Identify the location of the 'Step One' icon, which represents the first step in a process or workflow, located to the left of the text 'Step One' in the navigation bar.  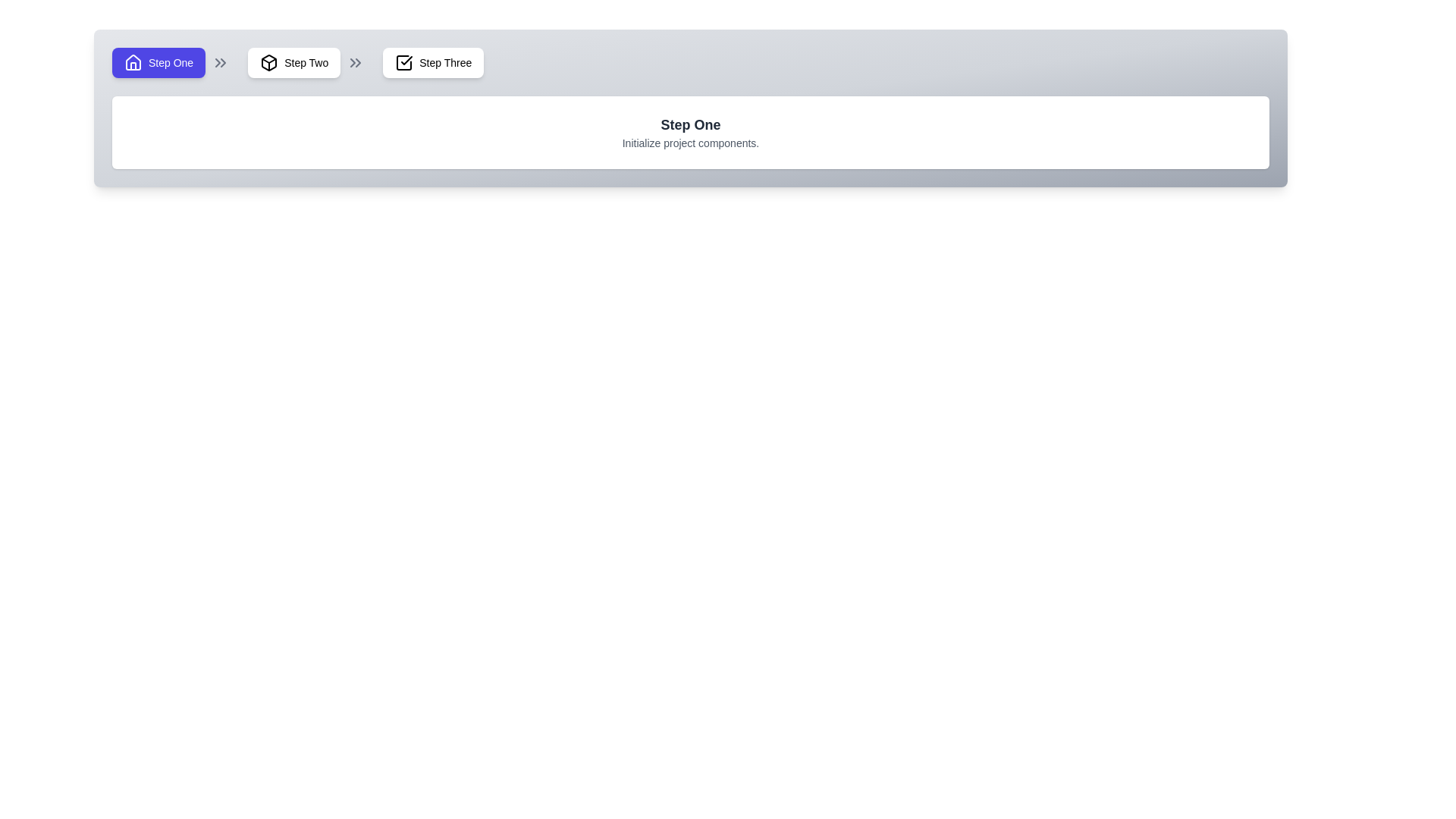
(133, 62).